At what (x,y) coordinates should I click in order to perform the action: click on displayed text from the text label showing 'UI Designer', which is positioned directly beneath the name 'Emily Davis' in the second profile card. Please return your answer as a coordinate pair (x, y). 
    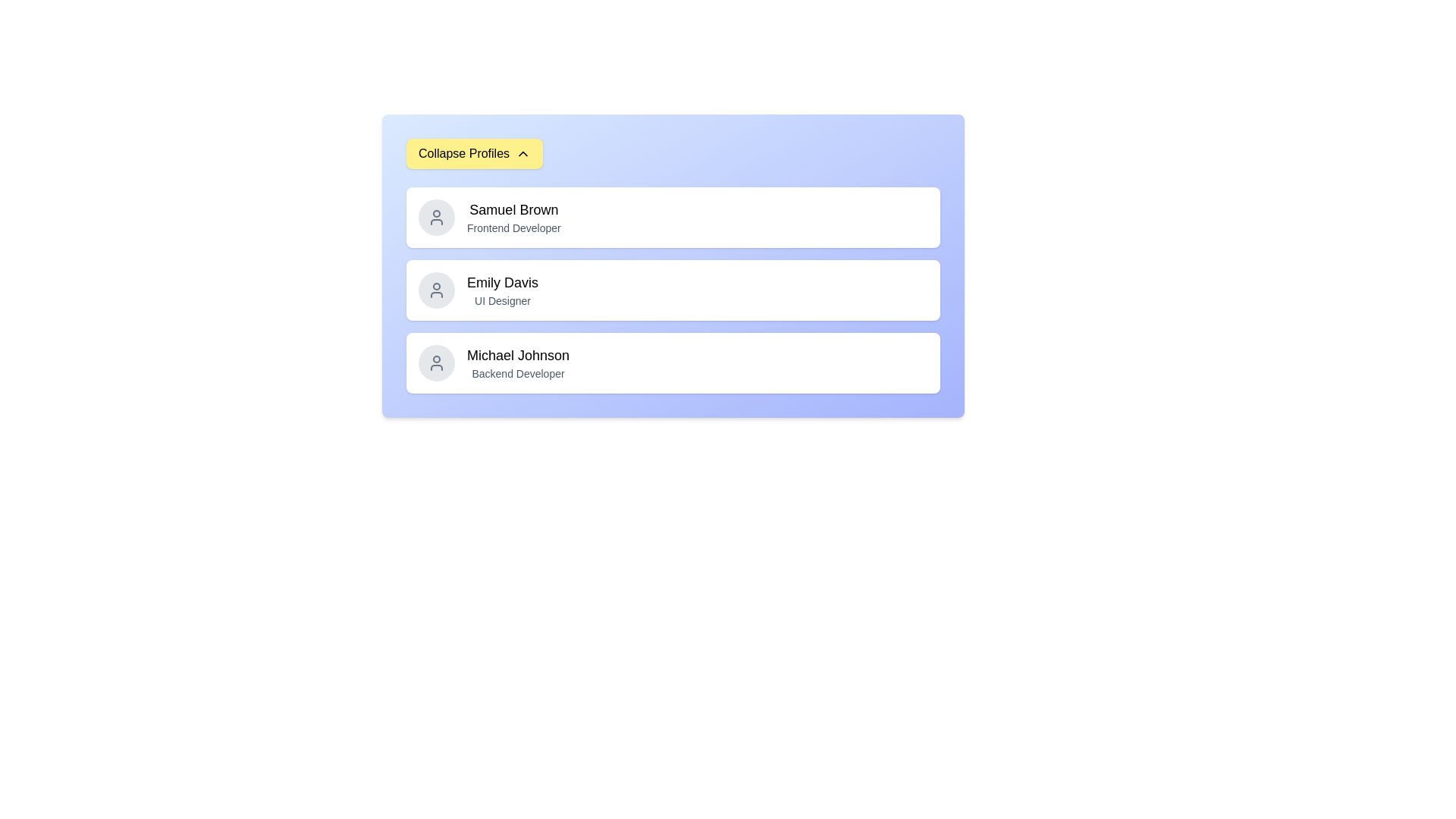
    Looking at the image, I should click on (502, 301).